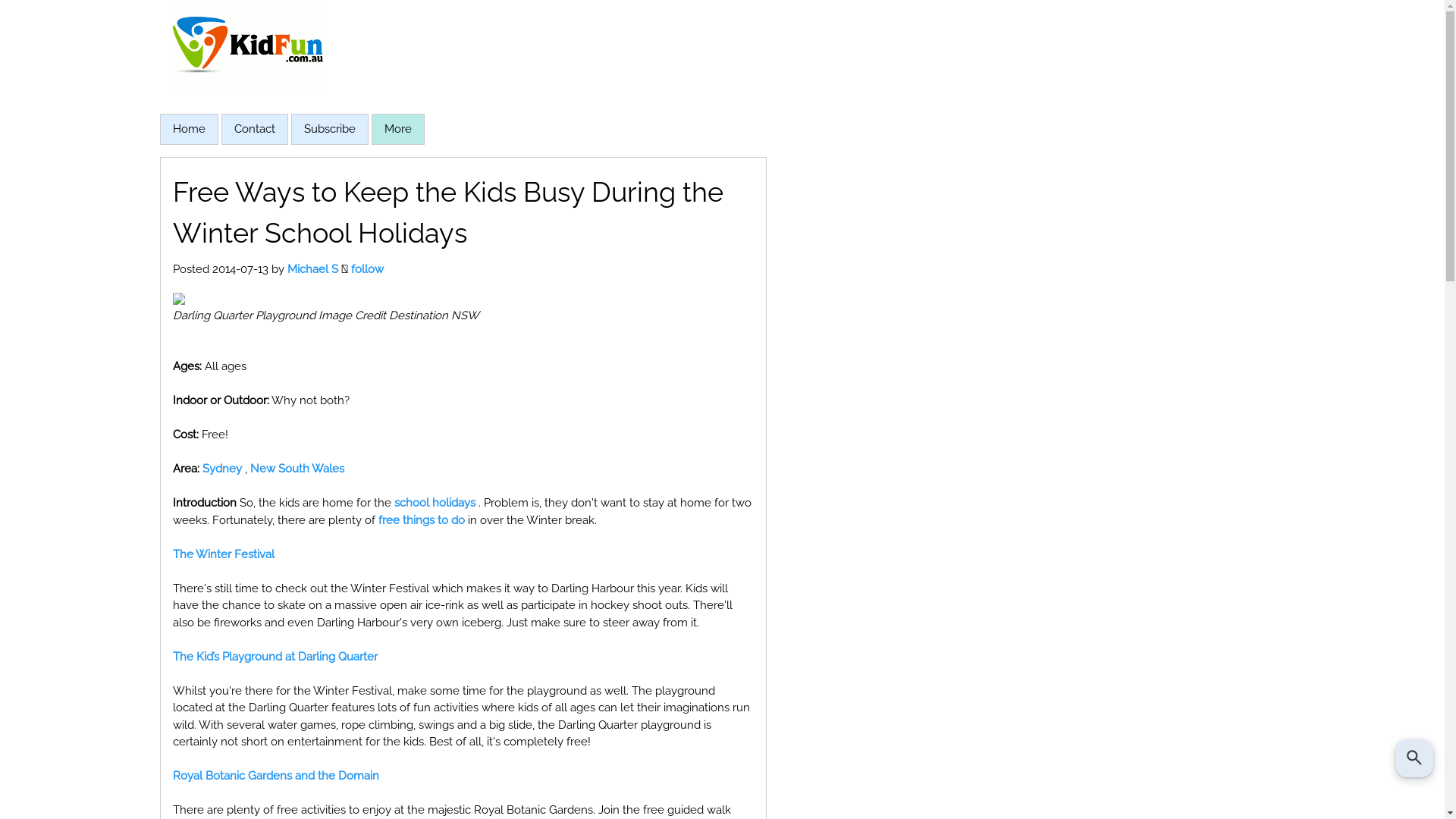 The image size is (1456, 819). What do you see at coordinates (200, 467) in the screenshot?
I see `'Sydney'` at bounding box center [200, 467].